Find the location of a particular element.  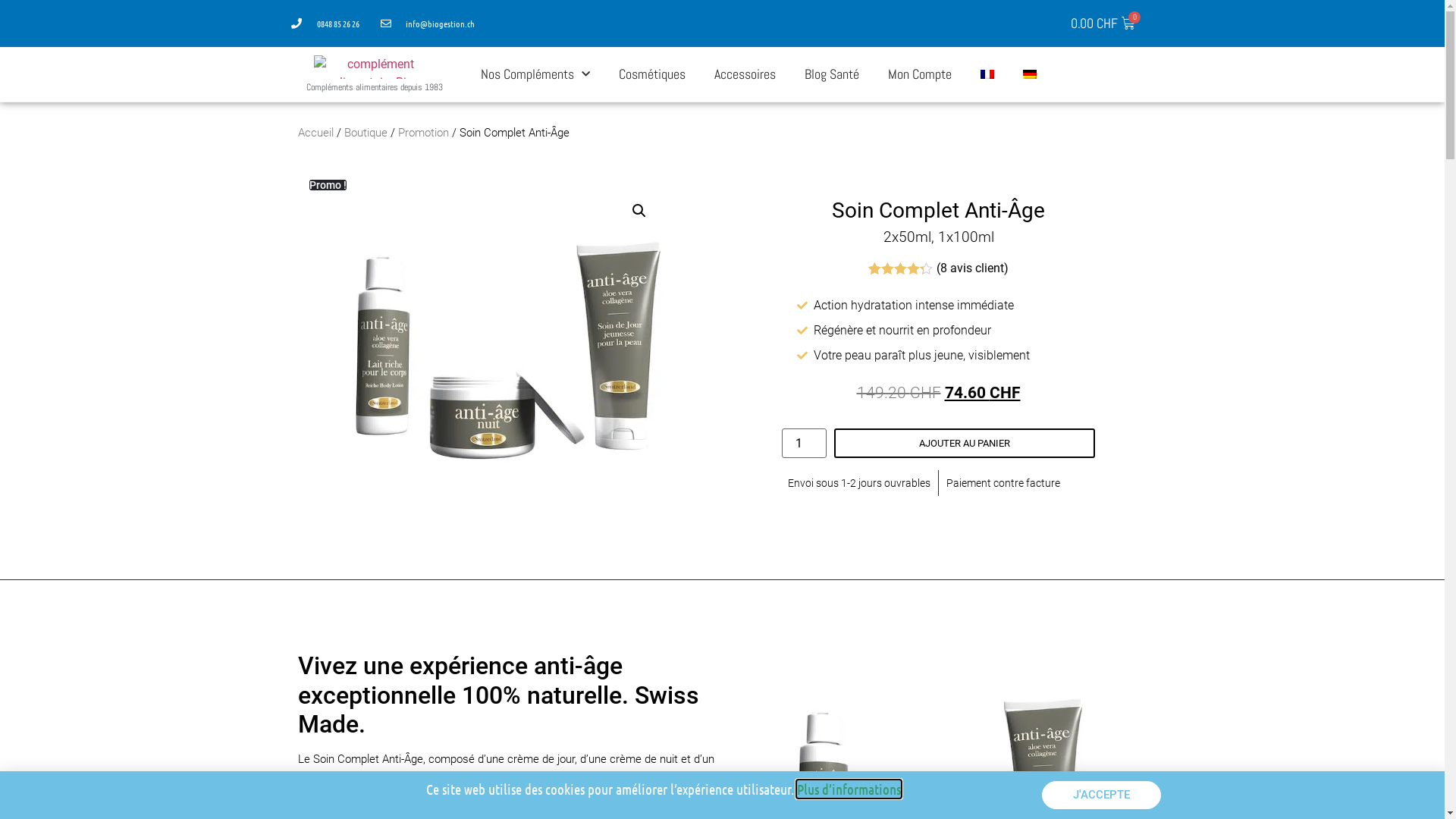

'AJOUTER AU PANIER' is located at coordinates (964, 443).